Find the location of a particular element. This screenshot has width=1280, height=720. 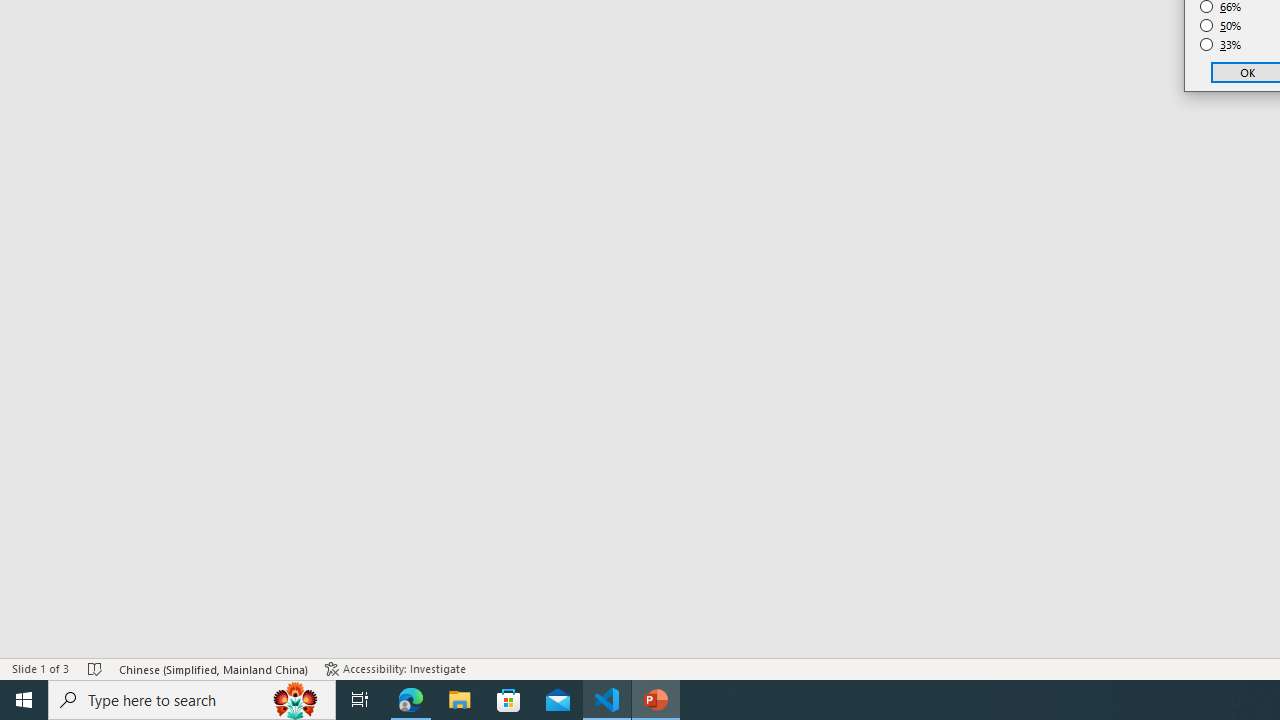

'Type here to search' is located at coordinates (192, 698).